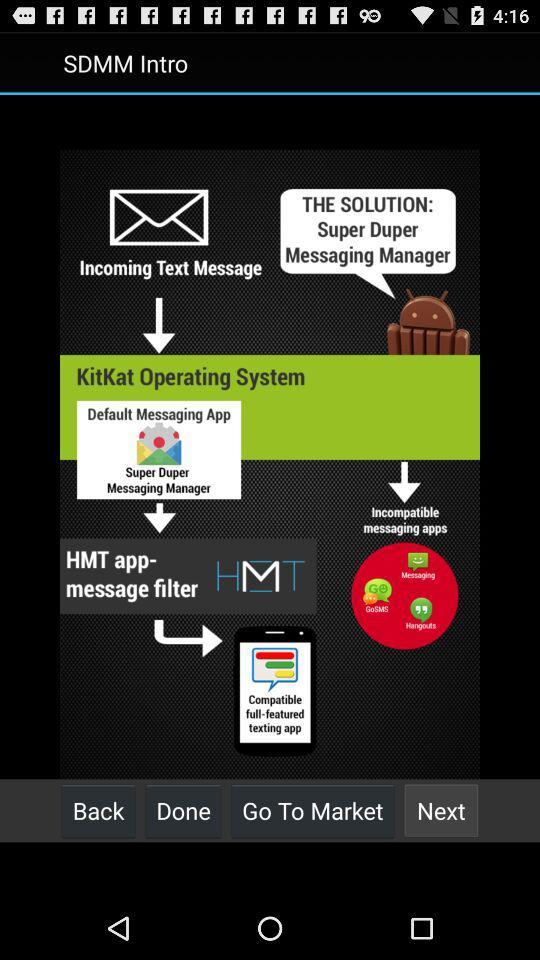 This screenshot has width=540, height=960. Describe the element at coordinates (312, 810) in the screenshot. I see `button to the right of done item` at that location.